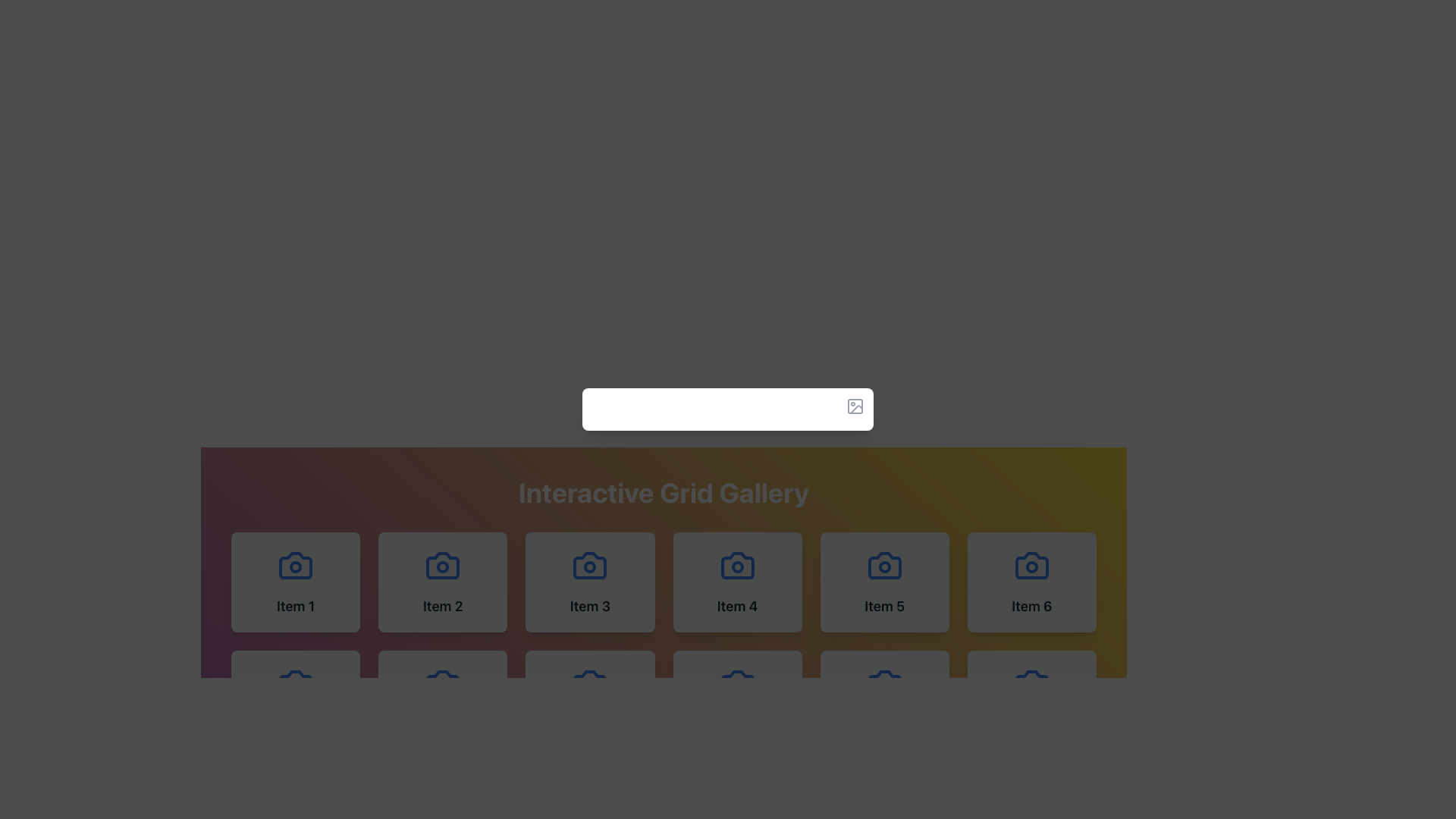 The height and width of the screenshot is (819, 1456). I want to click on the circular SVG element that is part of the camera icon on the fourth item card in the grid layout, so click(737, 567).